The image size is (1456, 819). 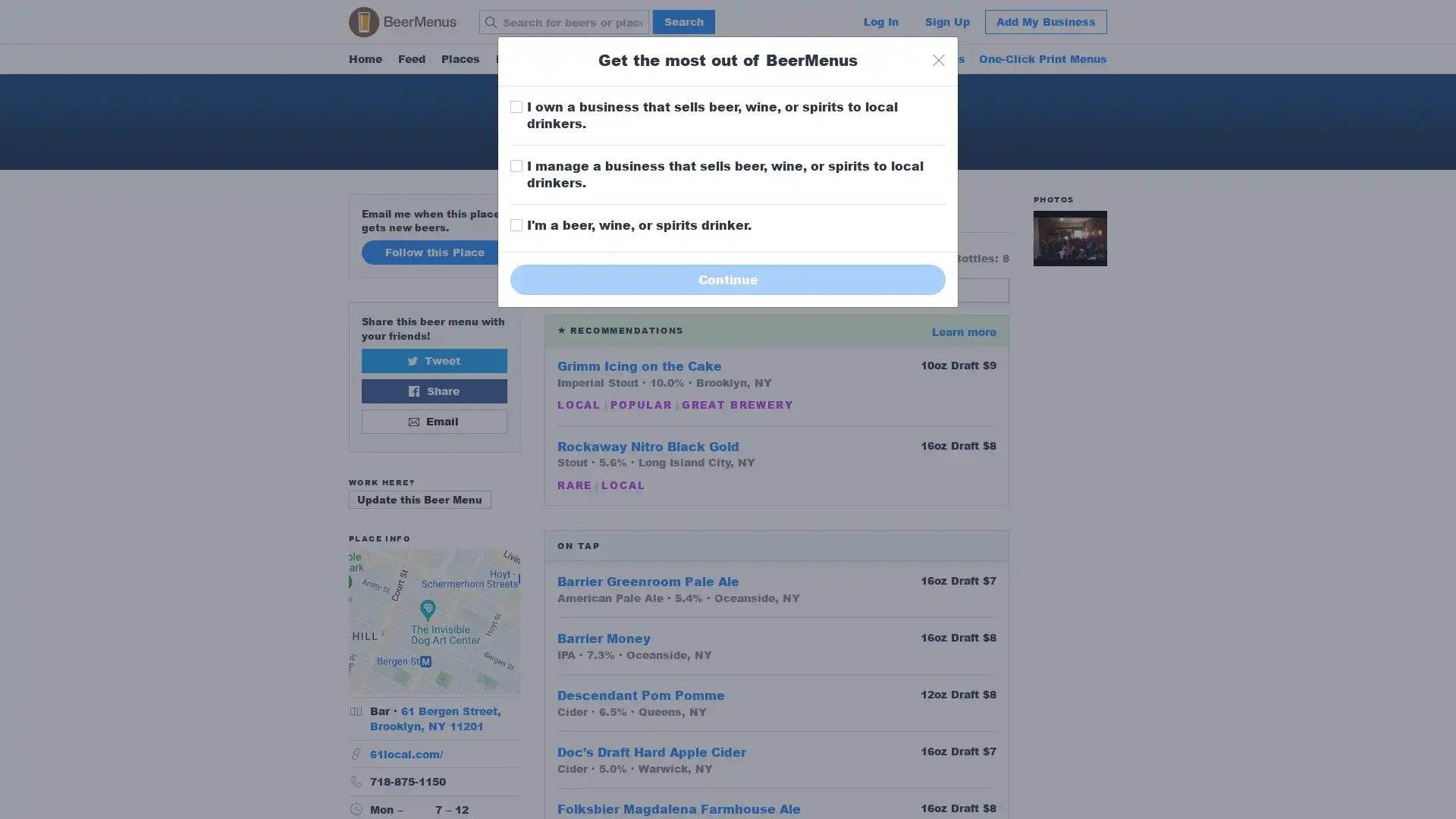 What do you see at coordinates (683, 22) in the screenshot?
I see `Search` at bounding box center [683, 22].